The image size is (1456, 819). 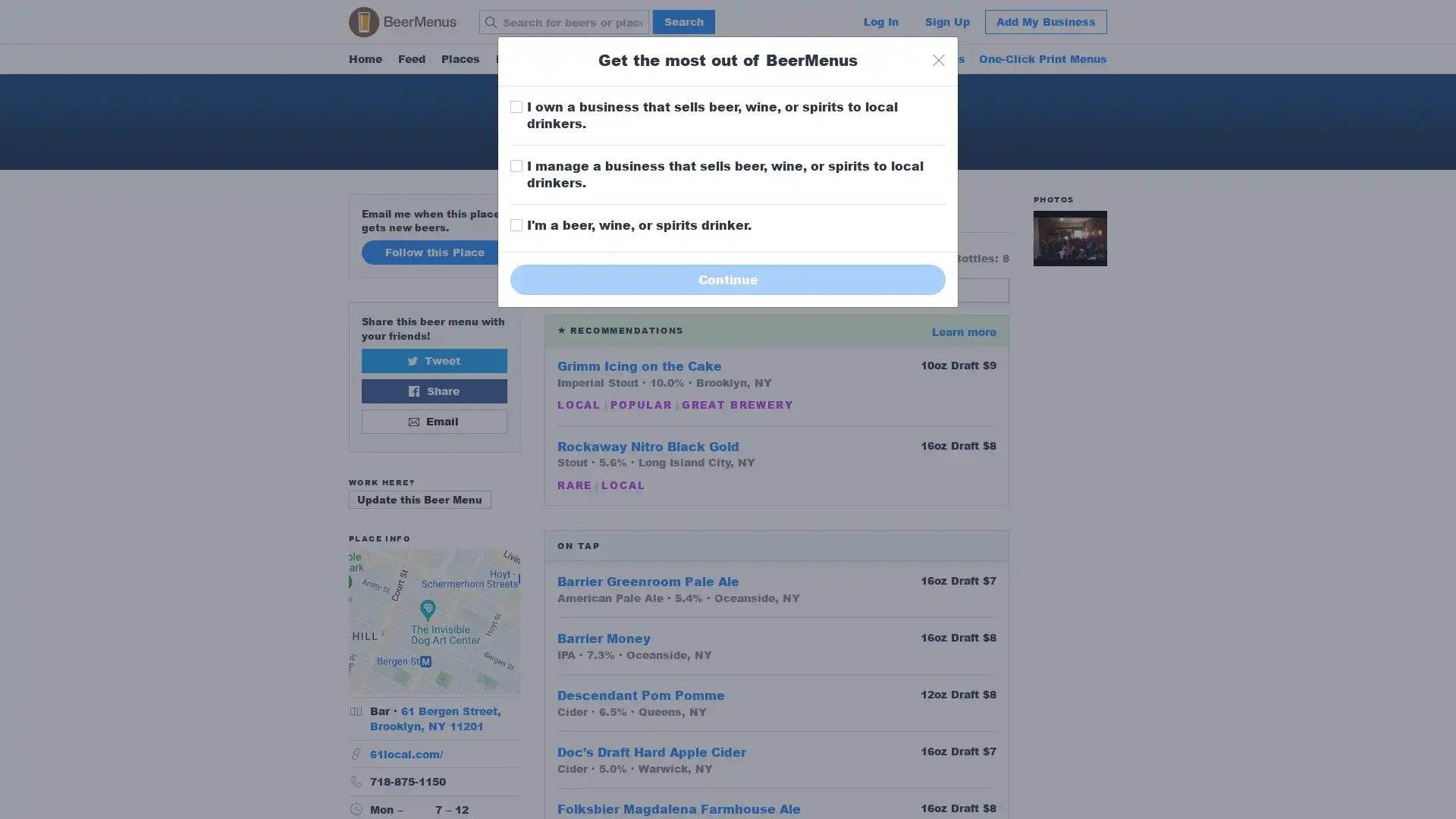 What do you see at coordinates (683, 22) in the screenshot?
I see `Search` at bounding box center [683, 22].